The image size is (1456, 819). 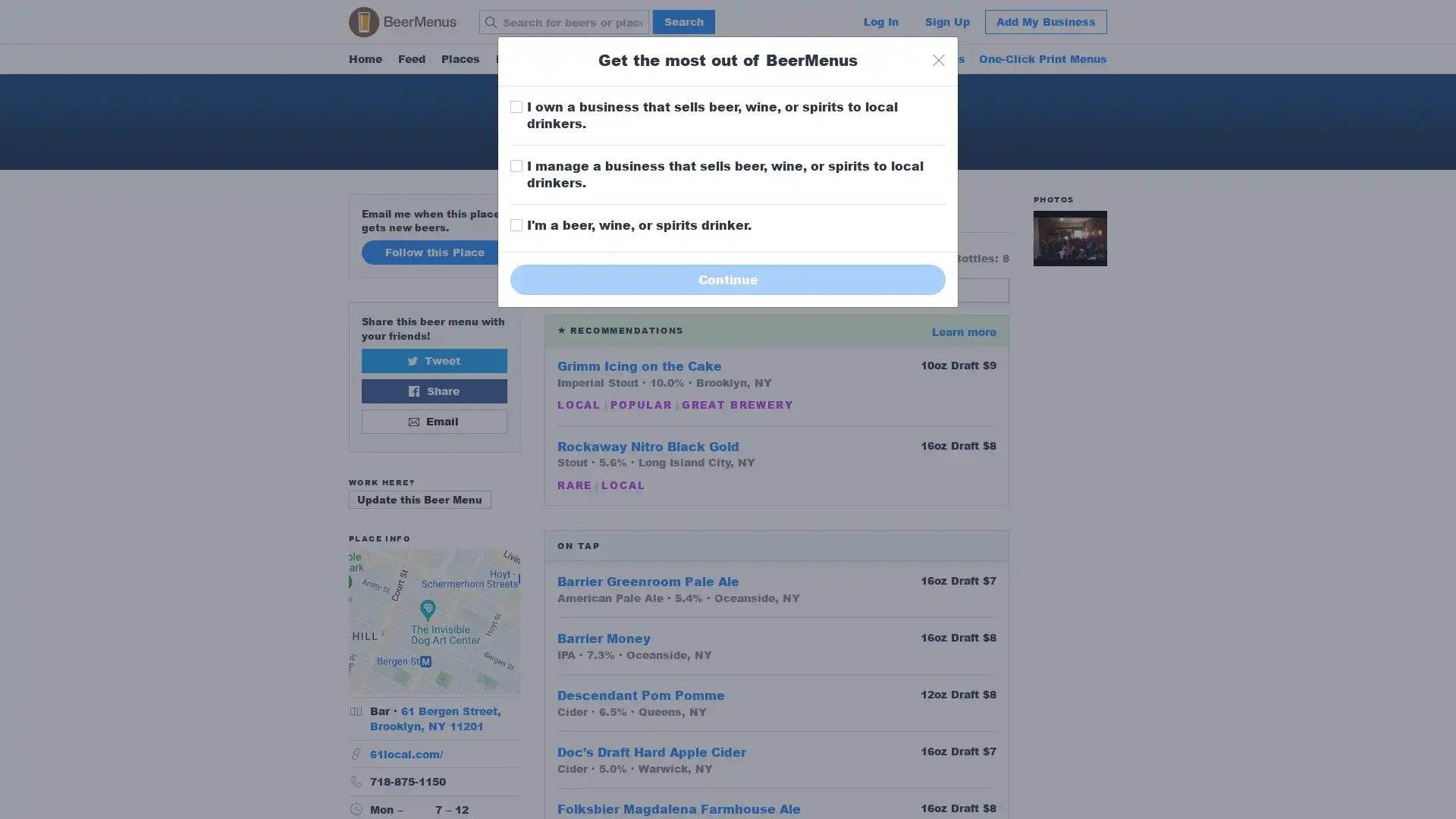 What do you see at coordinates (683, 22) in the screenshot?
I see `Search` at bounding box center [683, 22].